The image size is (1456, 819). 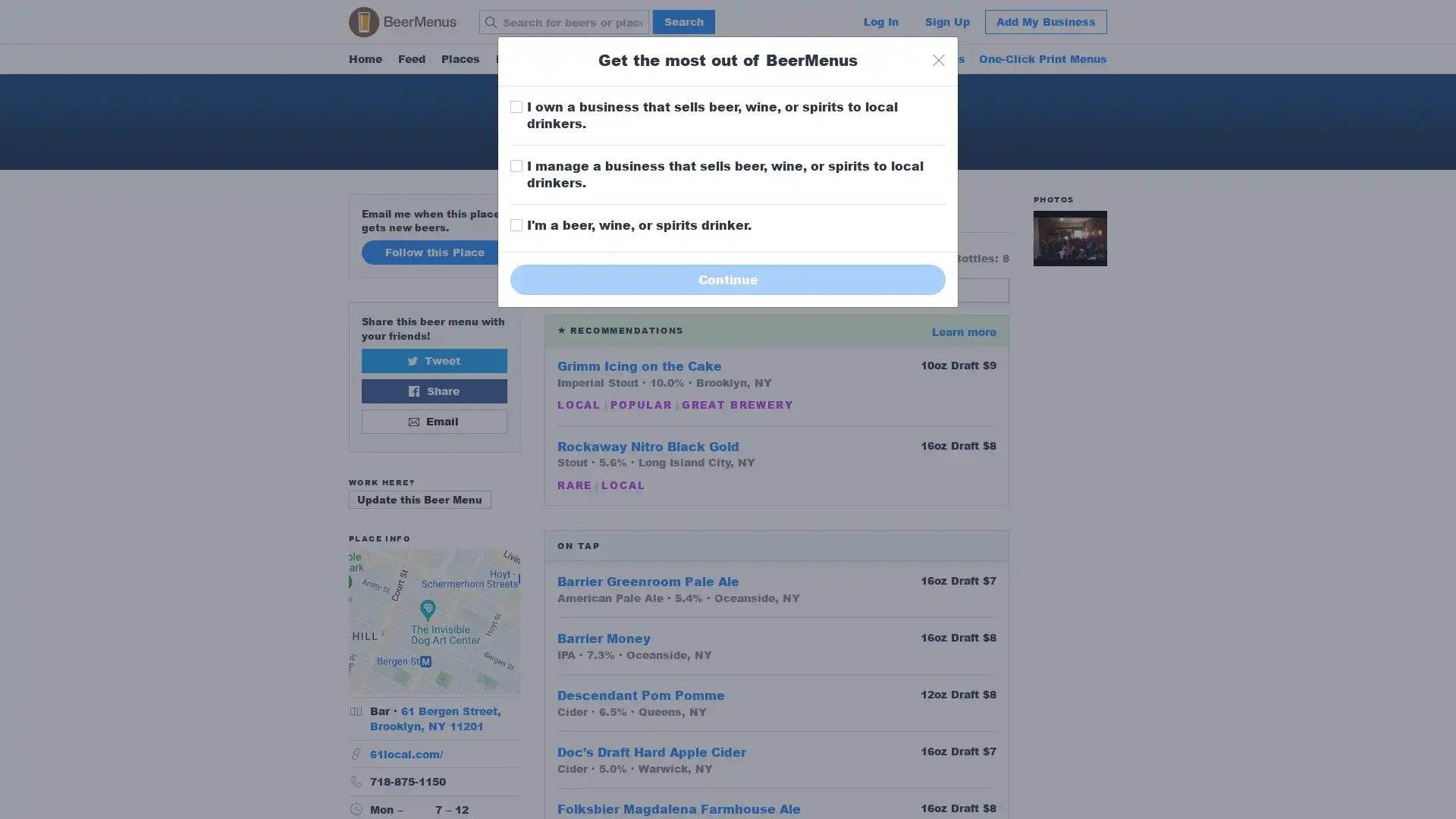 What do you see at coordinates (683, 22) in the screenshot?
I see `Search` at bounding box center [683, 22].